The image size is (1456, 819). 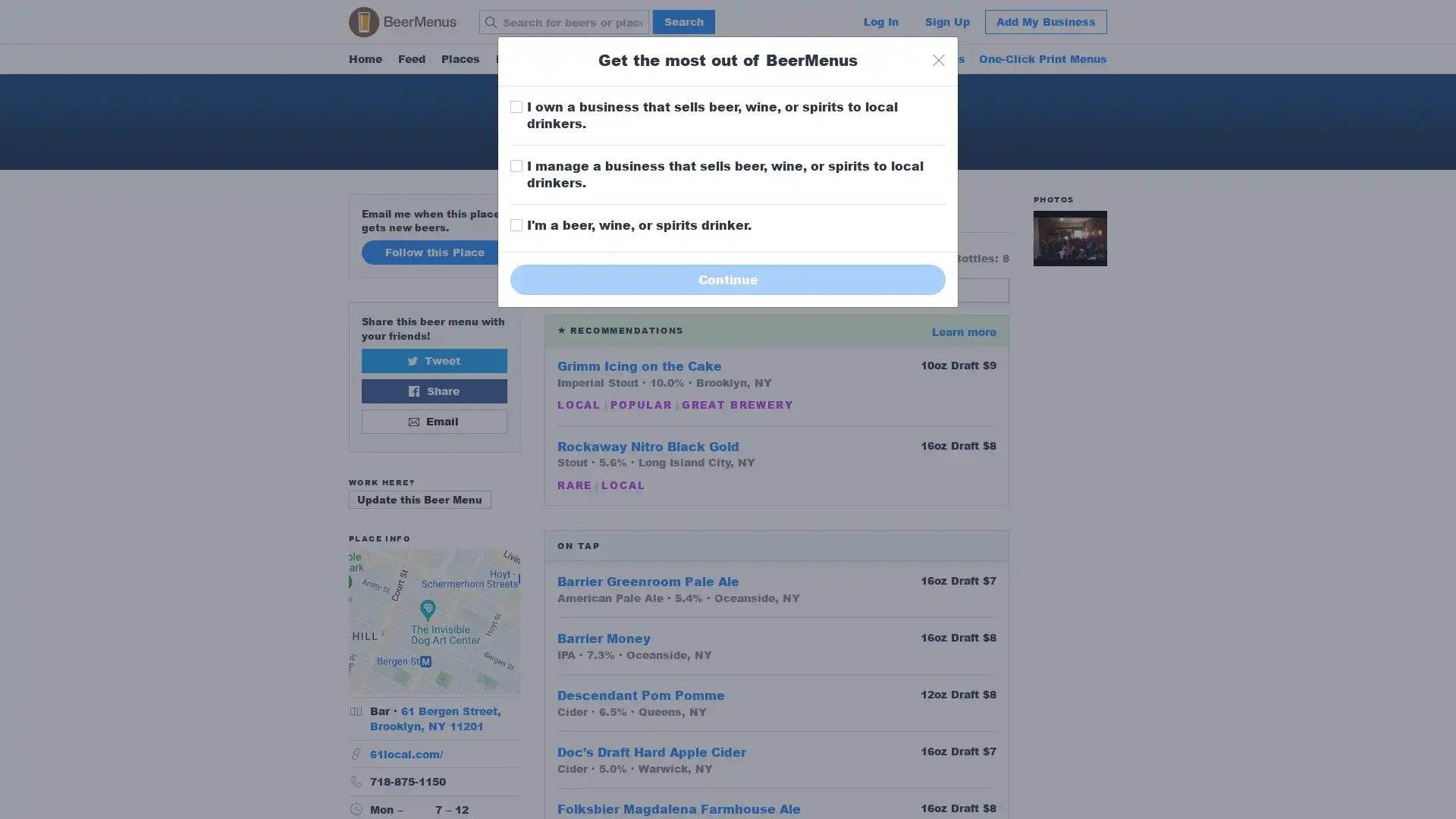 What do you see at coordinates (683, 22) in the screenshot?
I see `Search` at bounding box center [683, 22].